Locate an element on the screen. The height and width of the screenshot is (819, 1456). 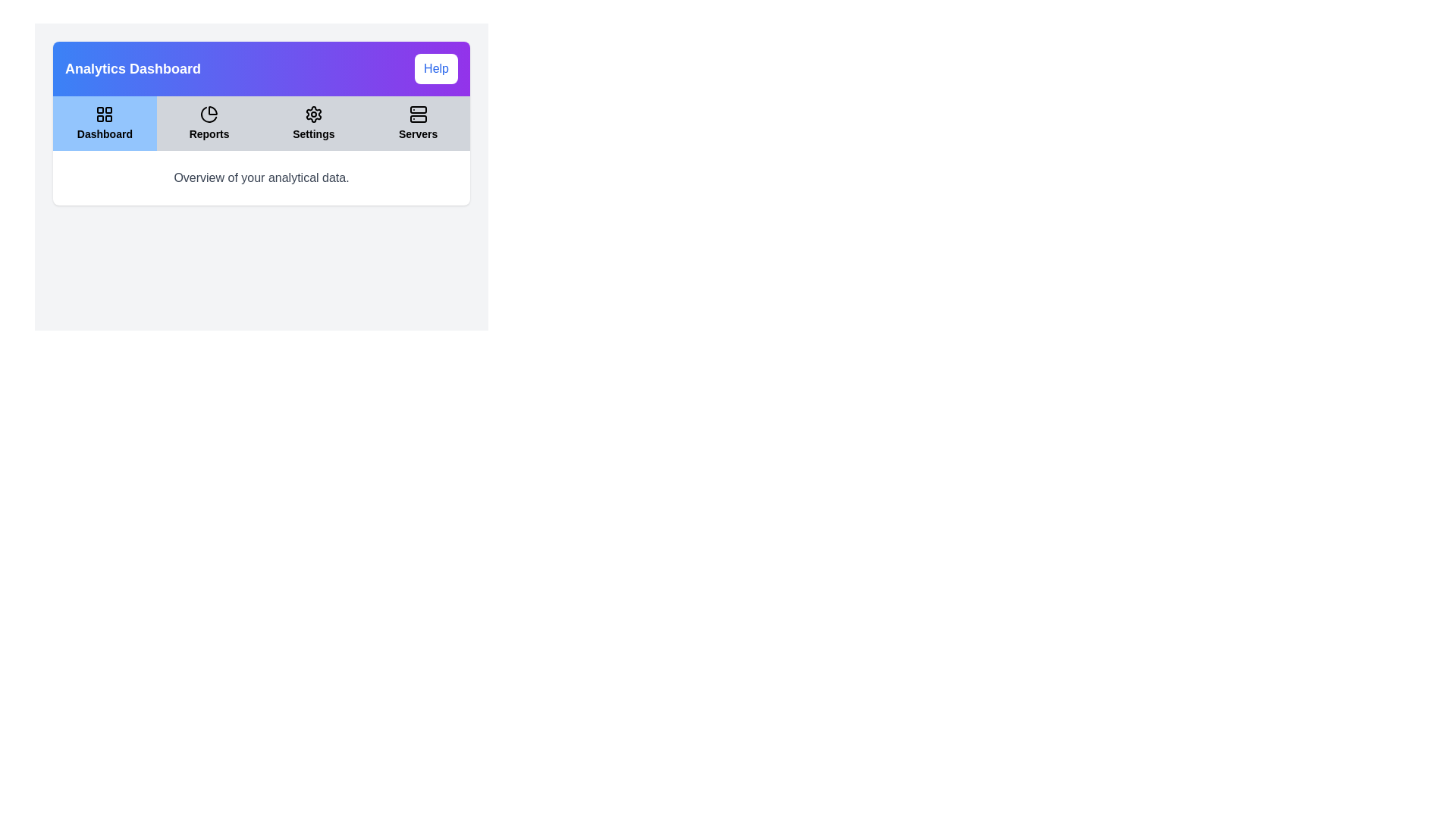
text from the bold label 'Analytics Dashboard' located at the top-left of the interface is located at coordinates (133, 69).